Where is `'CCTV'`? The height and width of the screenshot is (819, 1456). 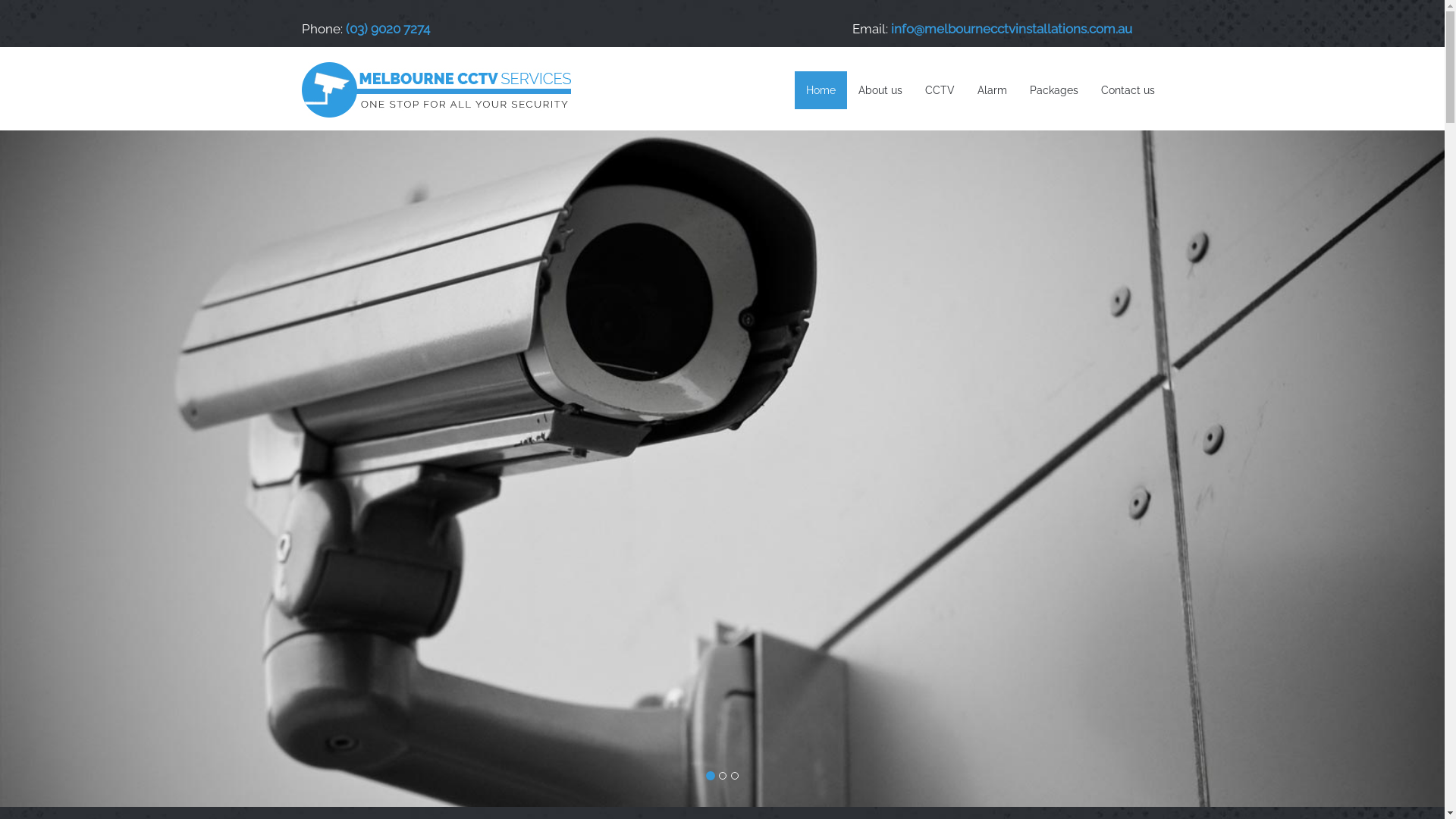 'CCTV' is located at coordinates (938, 90).